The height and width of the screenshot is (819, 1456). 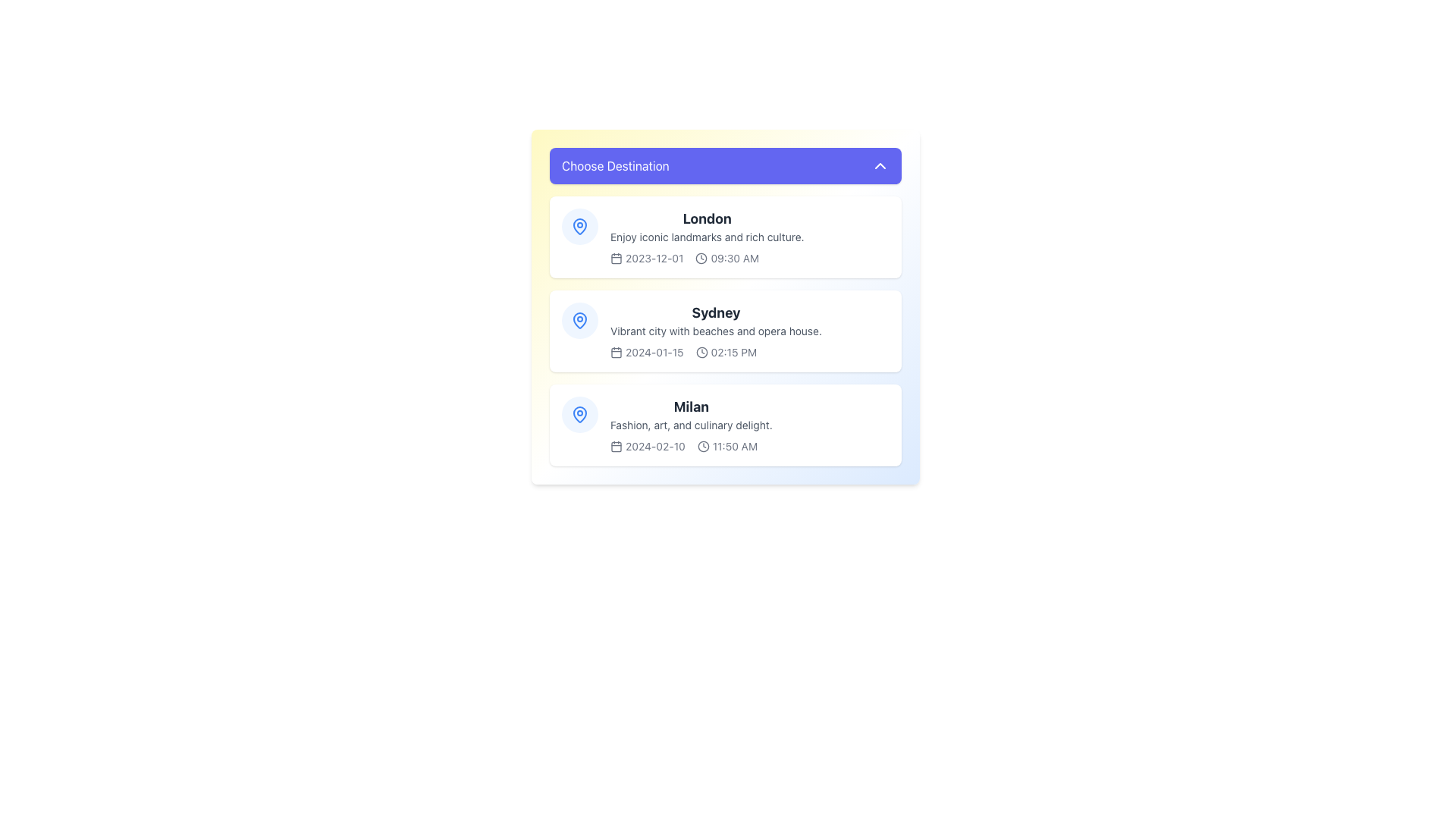 What do you see at coordinates (702, 446) in the screenshot?
I see `the Decorative Icon located in the bottommost card titled 'Milan', positioned to the right of the date and aligned with the time text '11:50 AM'` at bounding box center [702, 446].